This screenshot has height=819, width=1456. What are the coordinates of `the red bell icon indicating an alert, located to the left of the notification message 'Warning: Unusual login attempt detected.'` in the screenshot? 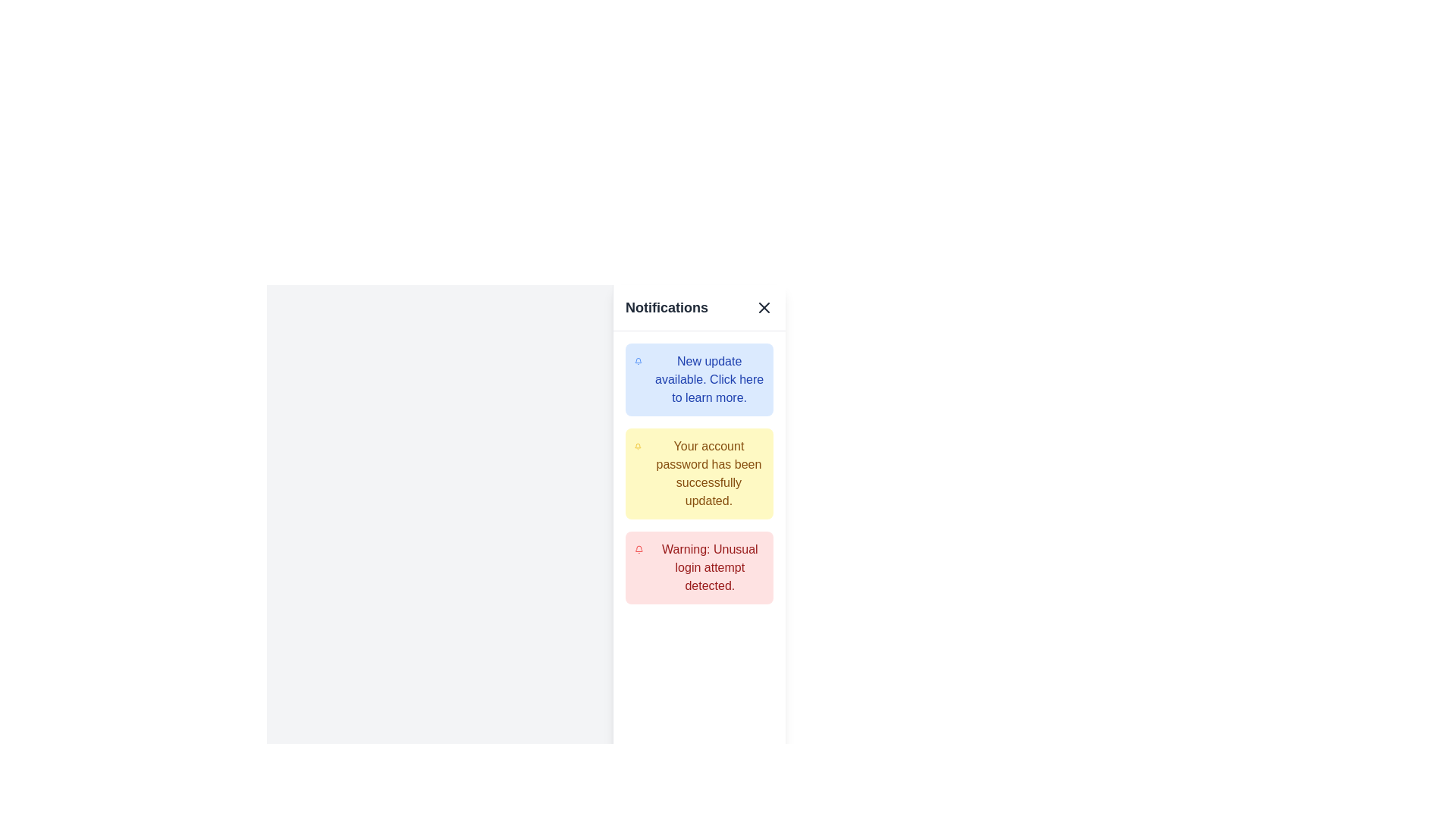 It's located at (639, 550).